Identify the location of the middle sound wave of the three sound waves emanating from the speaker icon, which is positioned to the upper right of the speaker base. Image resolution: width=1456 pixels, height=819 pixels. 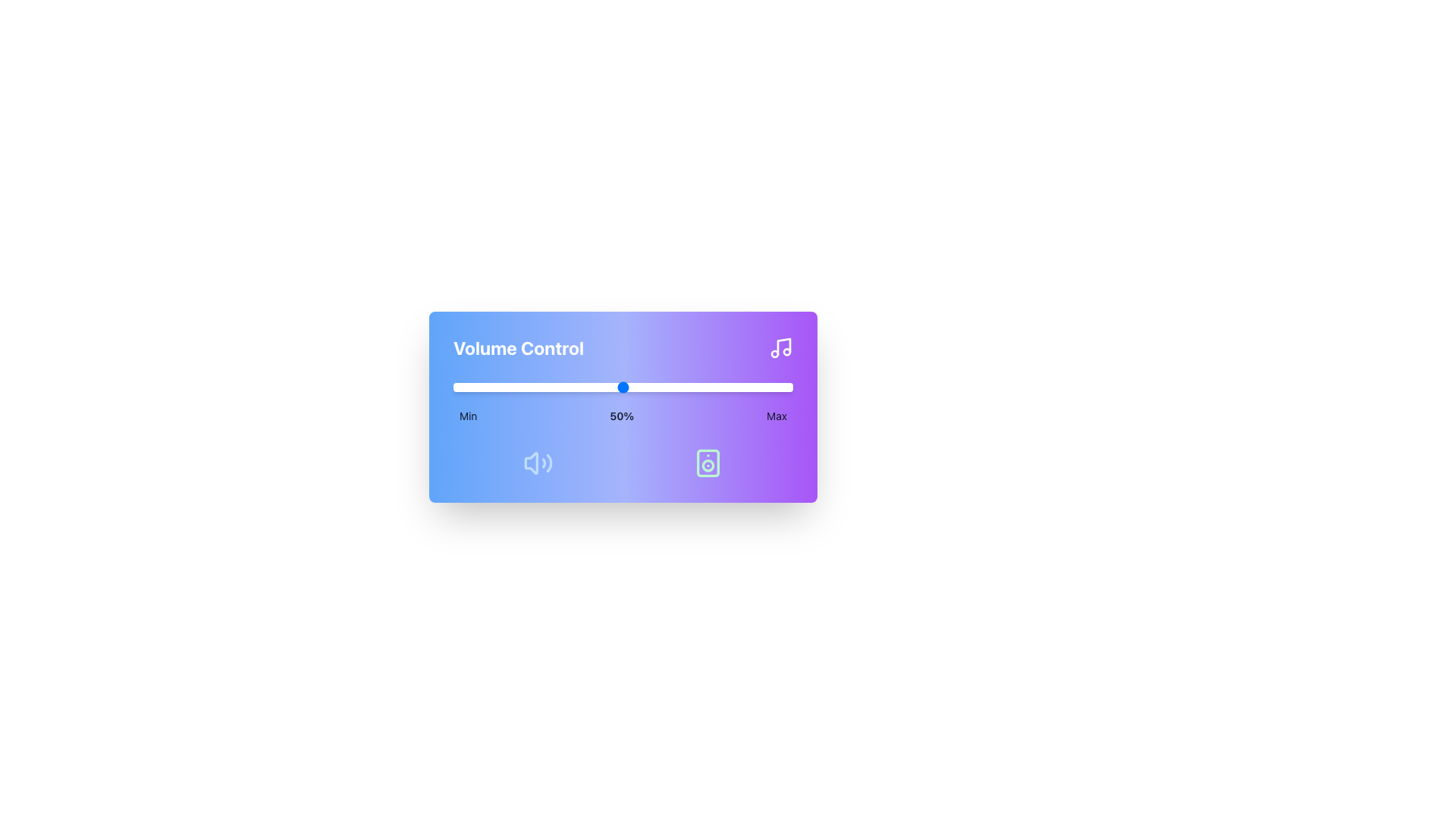
(544, 462).